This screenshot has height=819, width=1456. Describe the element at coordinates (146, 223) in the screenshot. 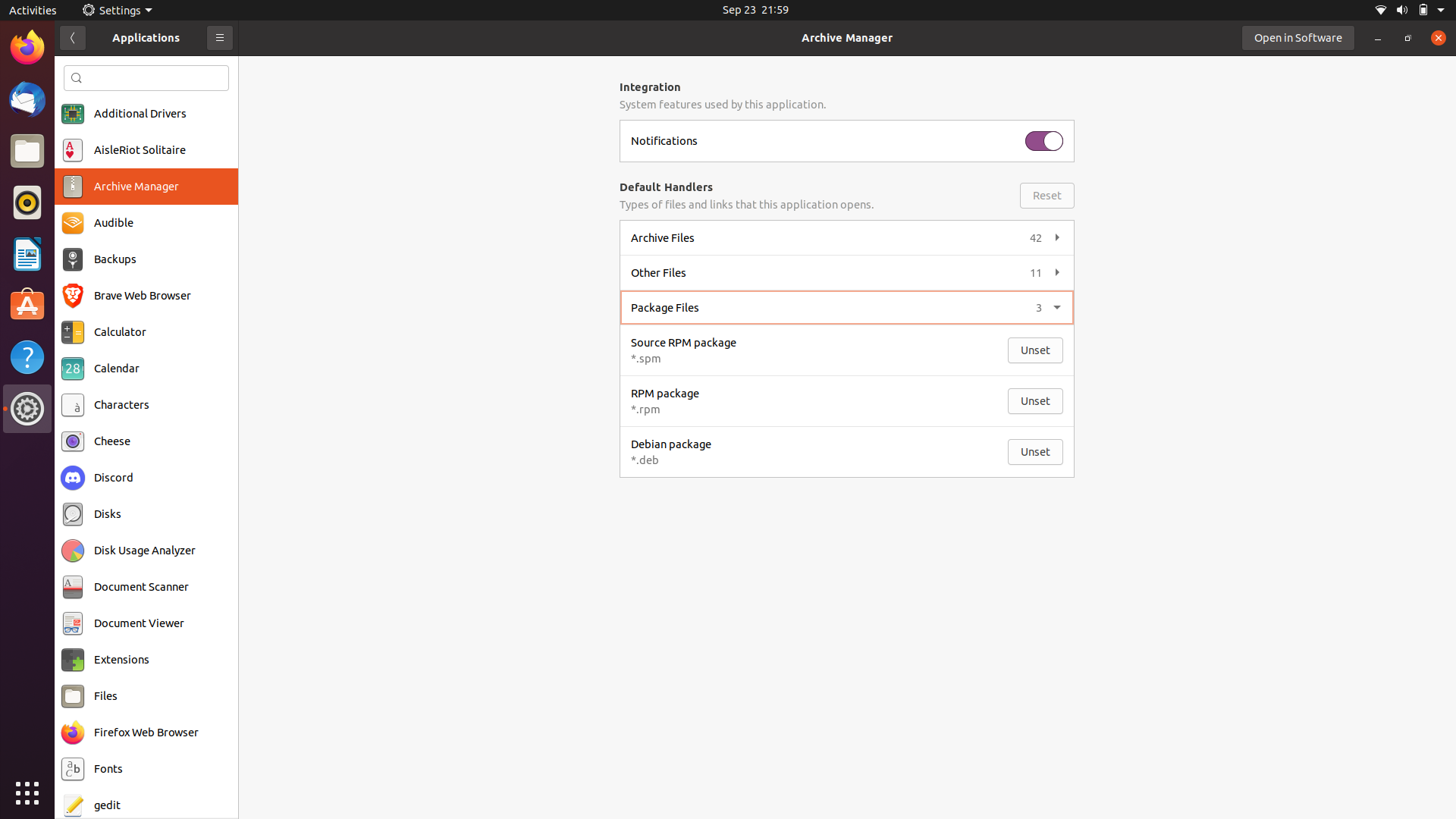

I see `Audible` at that location.